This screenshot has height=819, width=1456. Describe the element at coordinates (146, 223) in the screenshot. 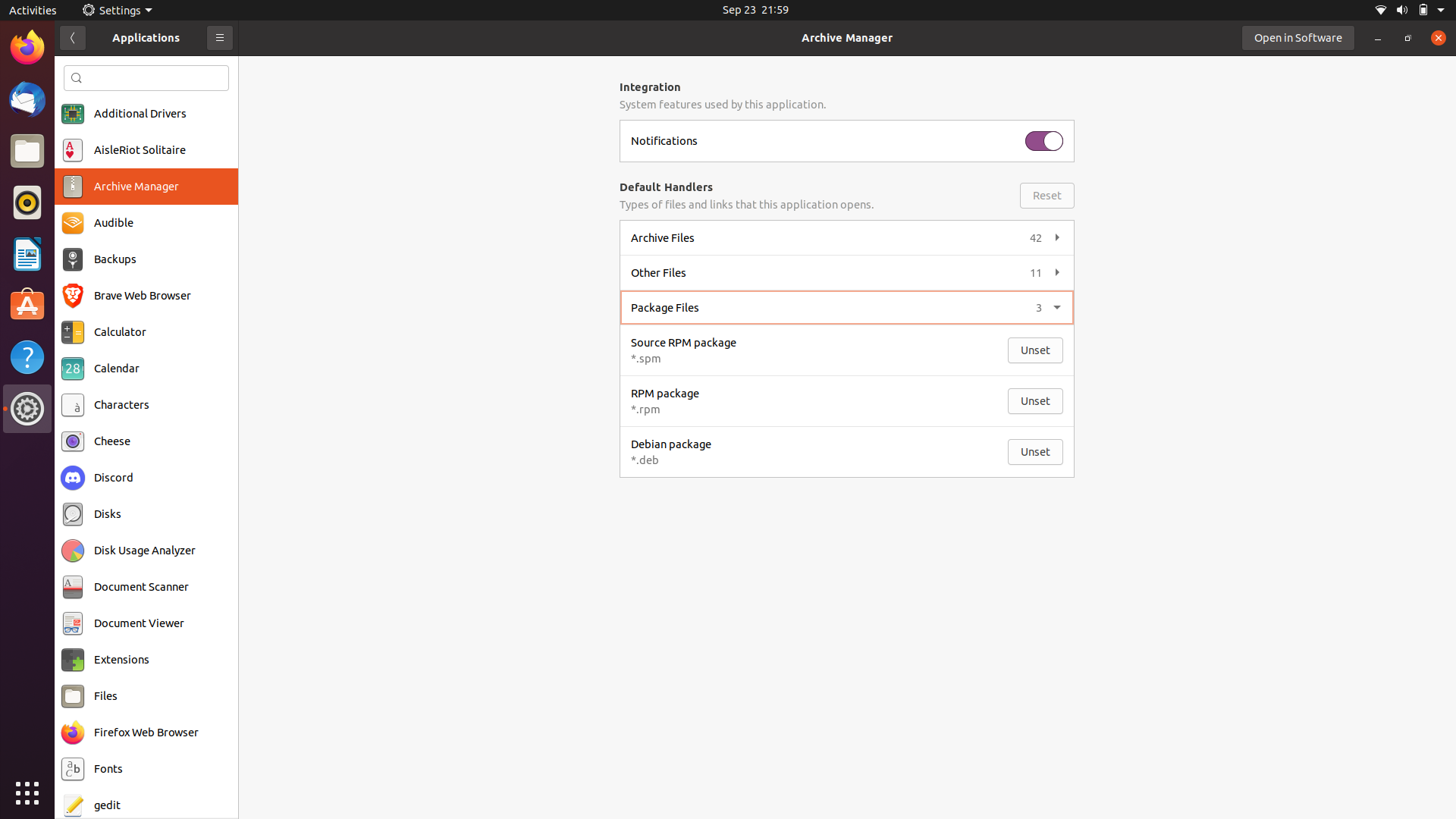

I see `Audible` at that location.